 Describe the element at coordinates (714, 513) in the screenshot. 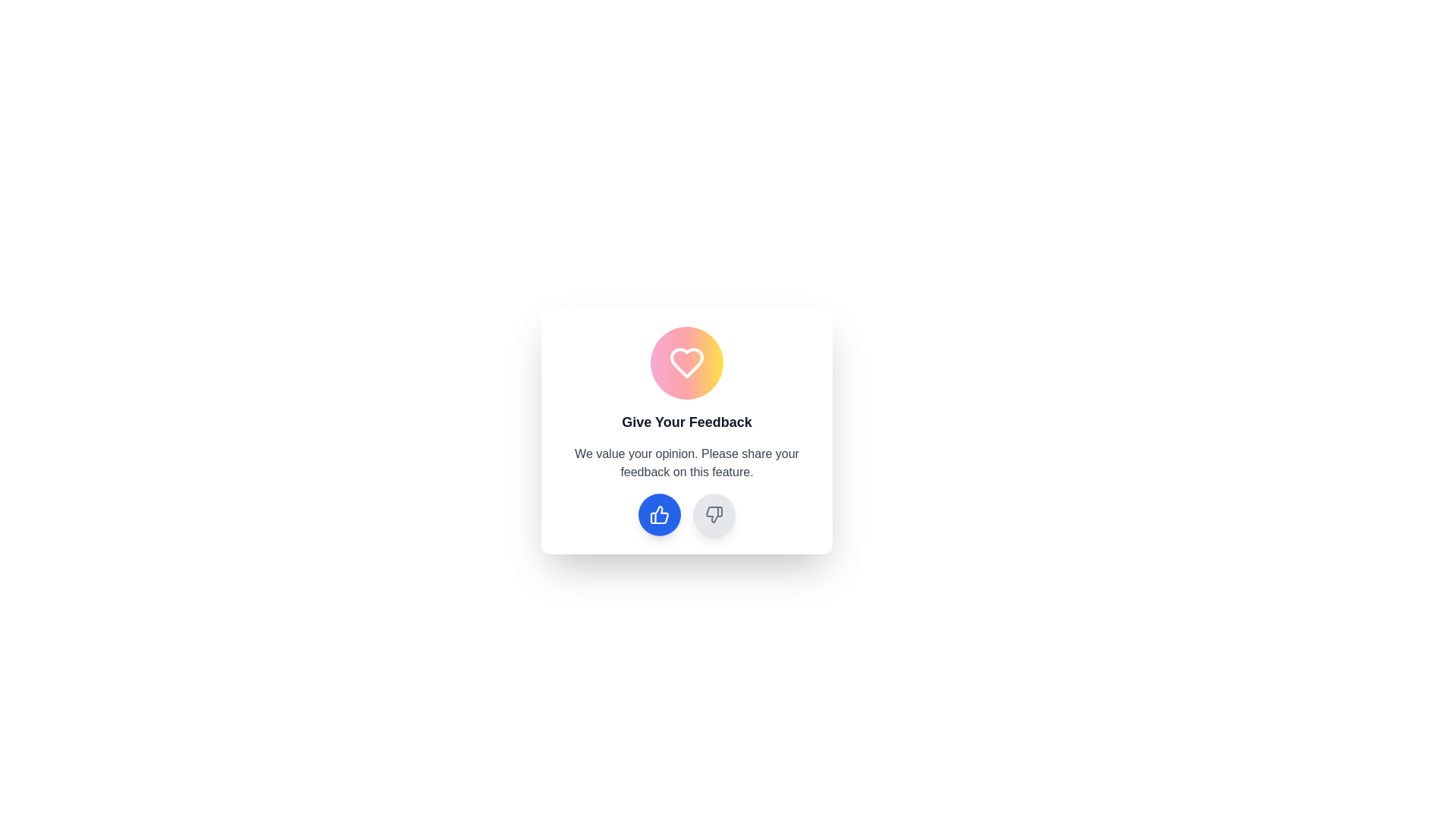

I see `the negative feedback button, which is the second icon from the left below the feedback text` at that location.